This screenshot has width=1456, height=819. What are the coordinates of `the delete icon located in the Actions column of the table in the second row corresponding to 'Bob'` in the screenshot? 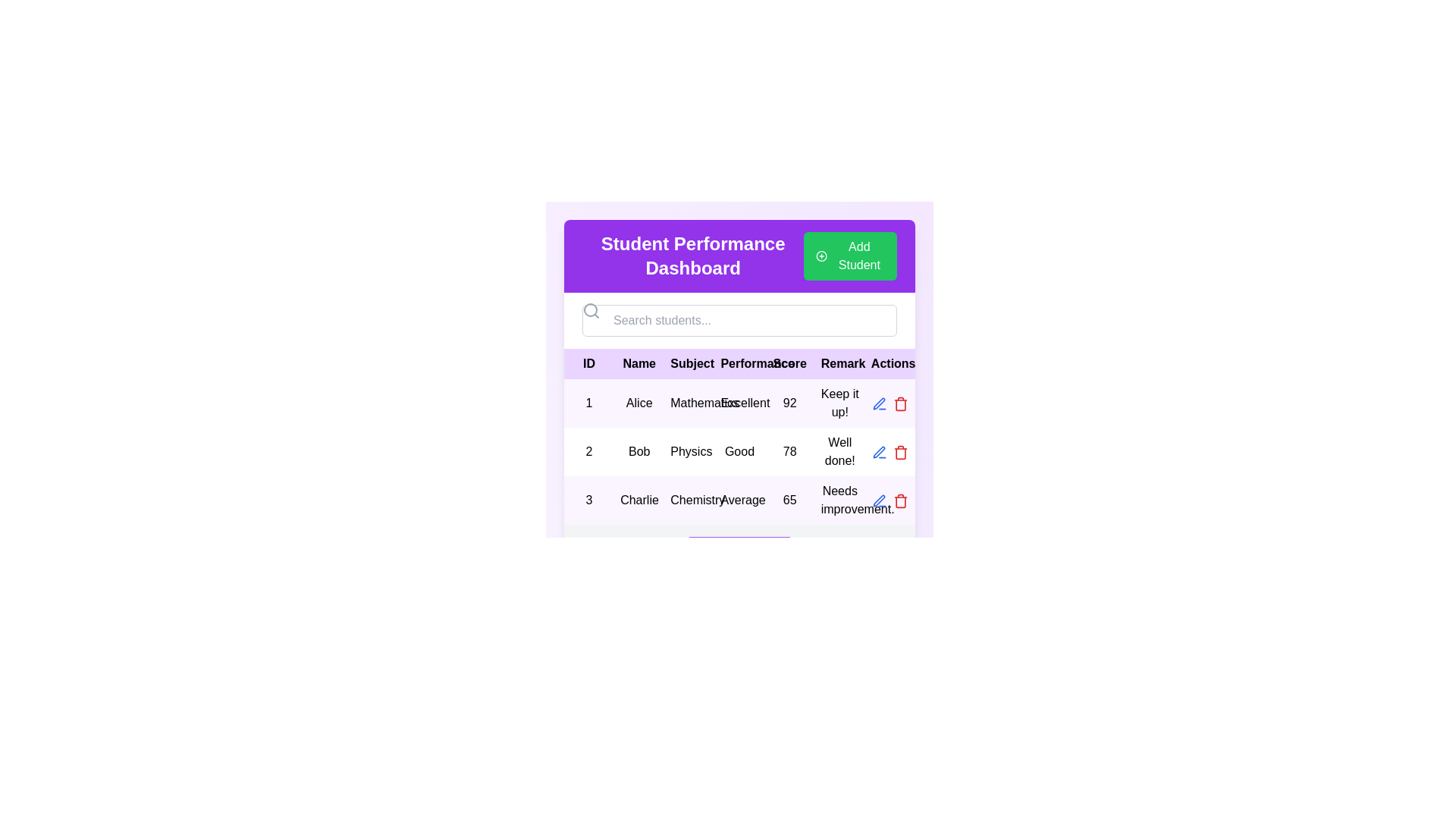 It's located at (900, 451).